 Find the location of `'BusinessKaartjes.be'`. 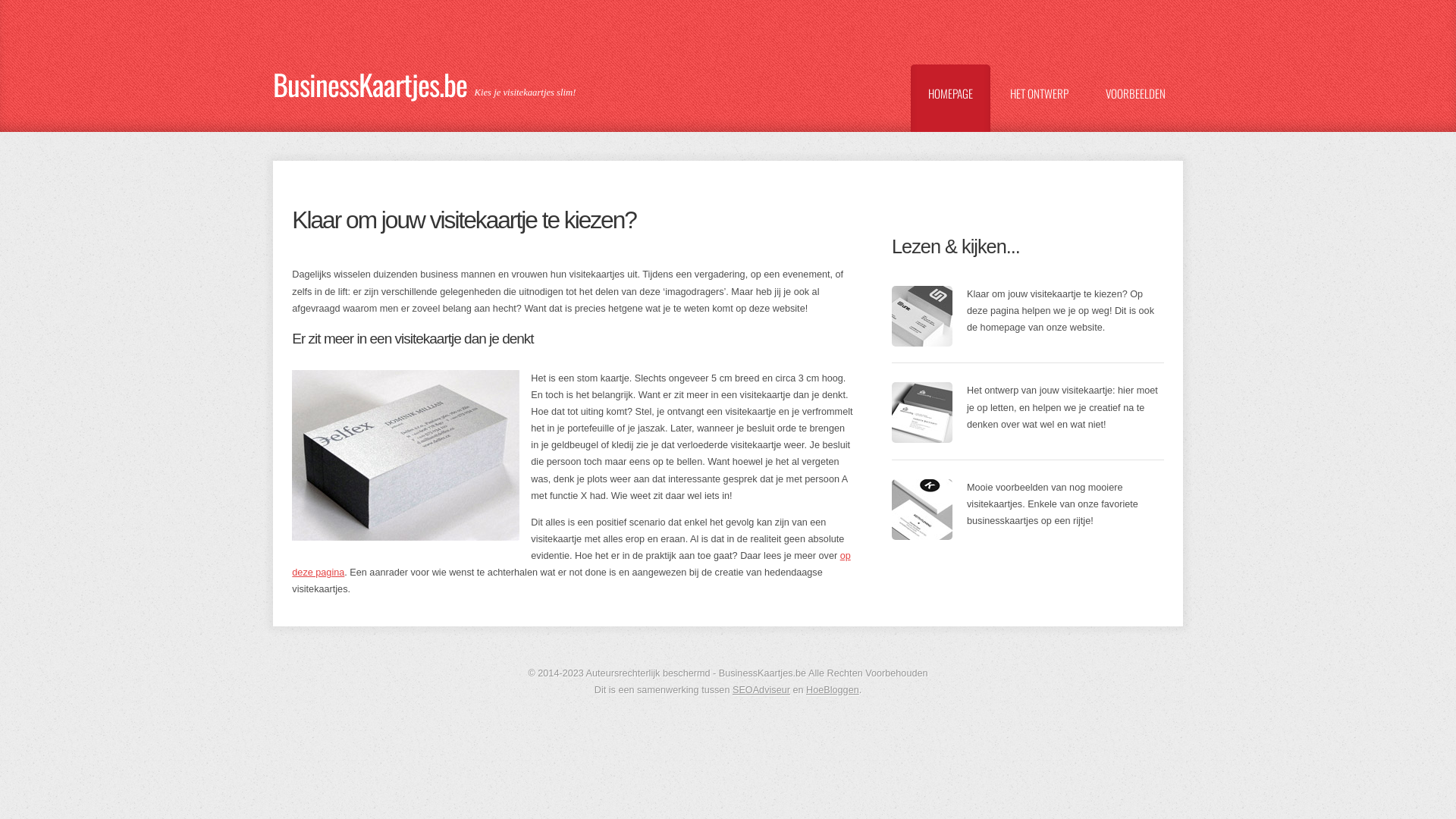

'BusinessKaartjes.be' is located at coordinates (374, 77).